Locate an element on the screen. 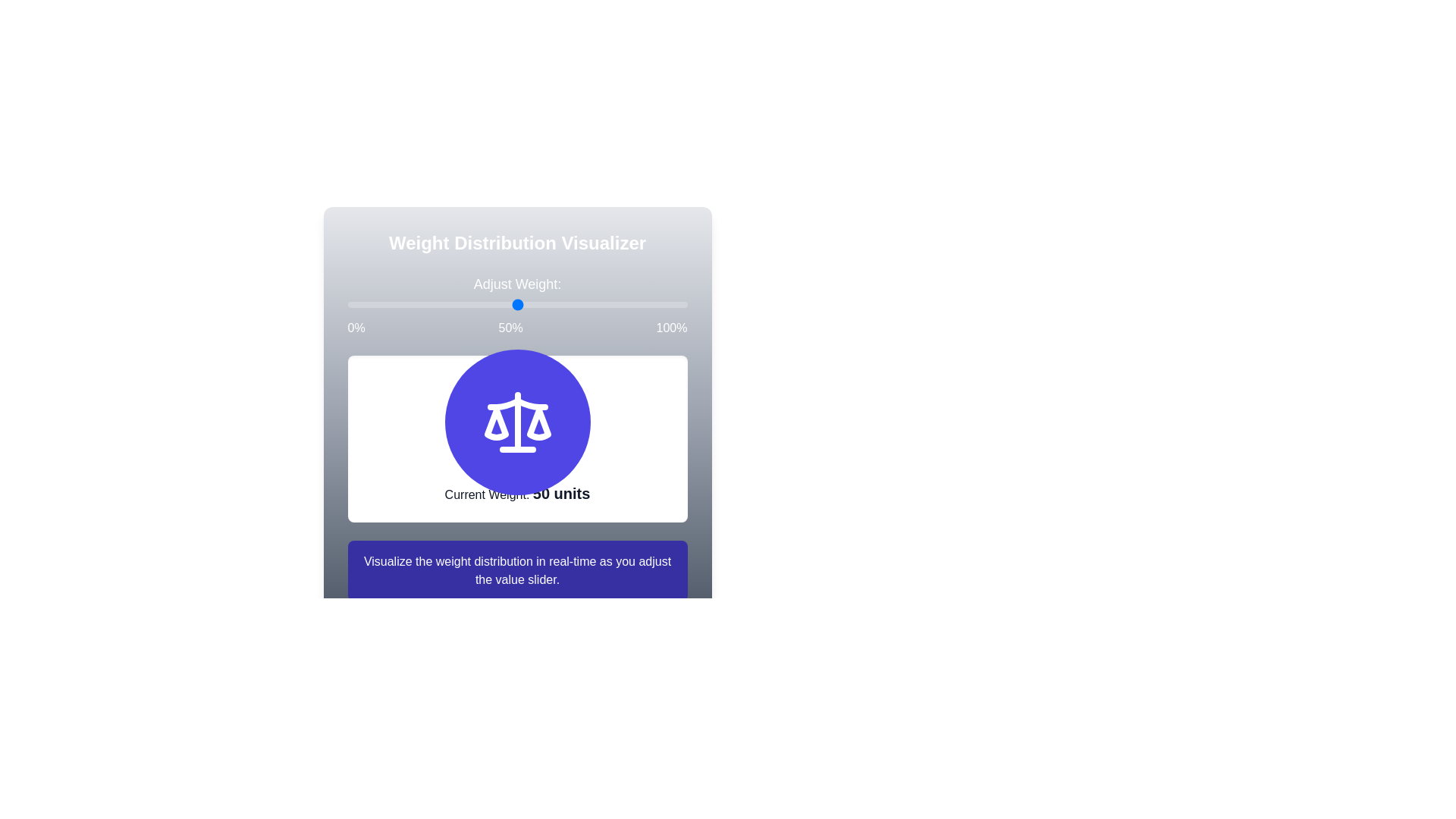 Image resolution: width=1456 pixels, height=819 pixels. the weight slider to set the weight to 12% is located at coordinates (347, 304).